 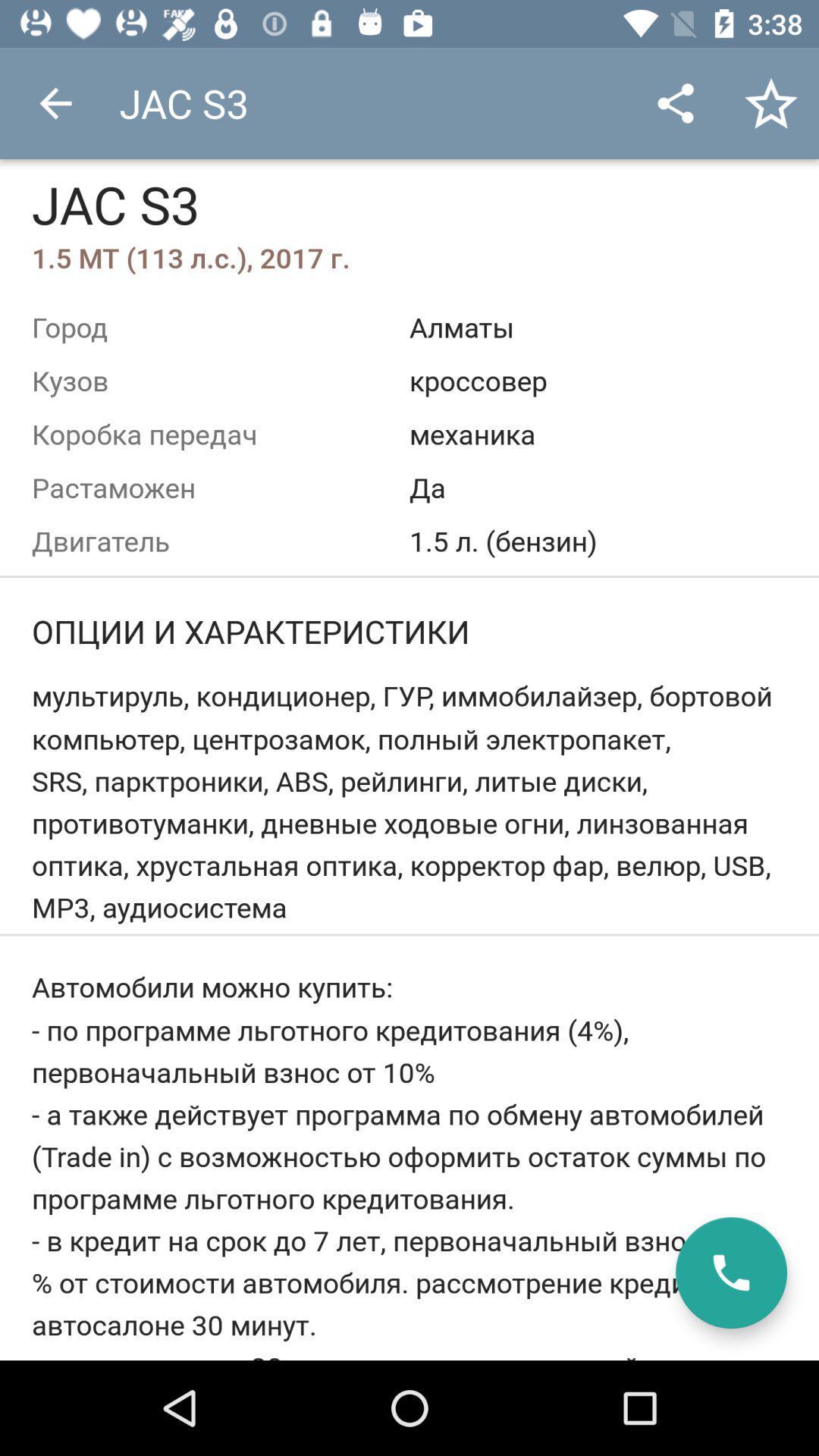 What do you see at coordinates (55, 102) in the screenshot?
I see `item to the left of jac s3` at bounding box center [55, 102].